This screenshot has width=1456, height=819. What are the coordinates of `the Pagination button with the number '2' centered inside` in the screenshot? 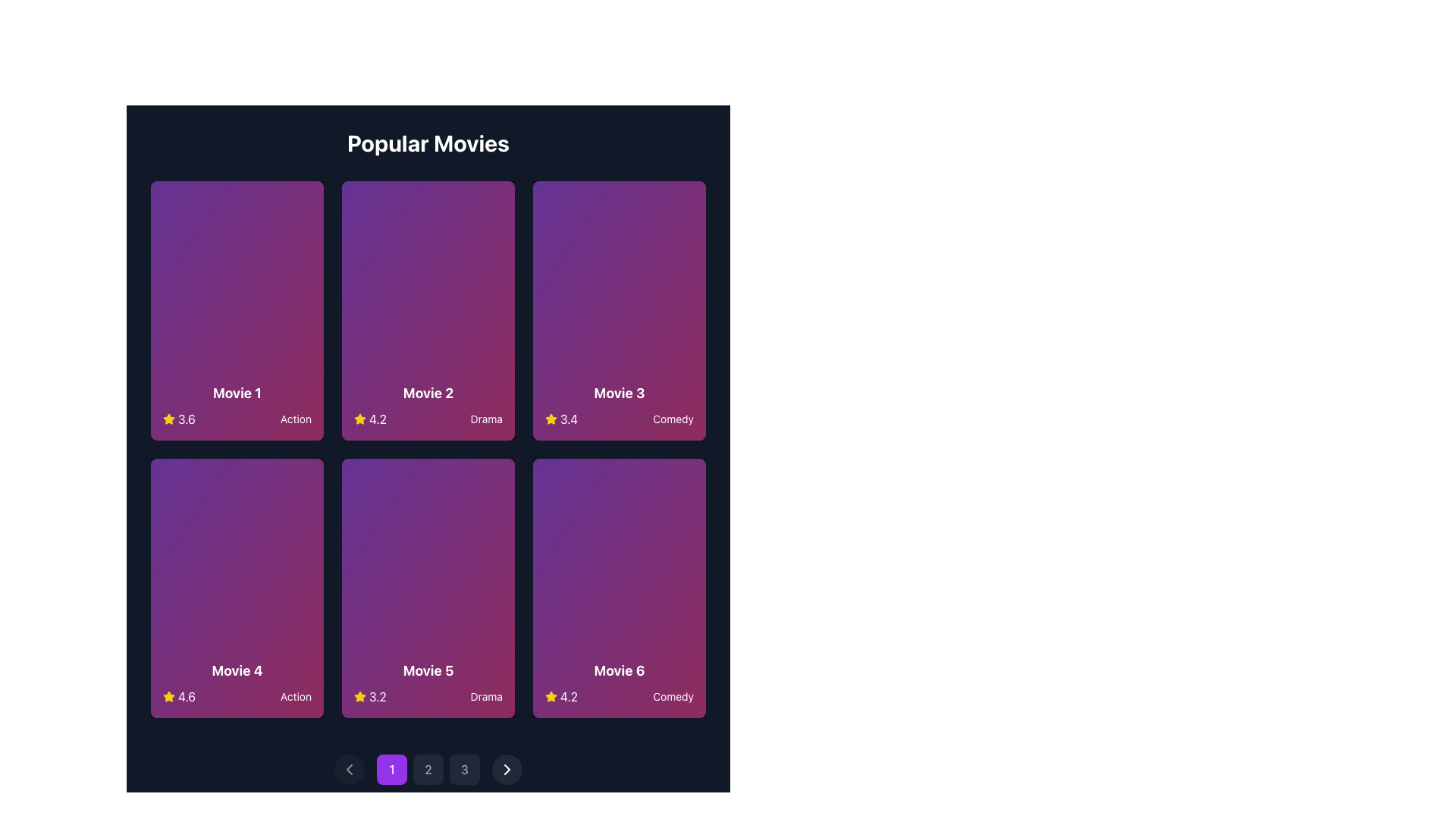 It's located at (428, 769).